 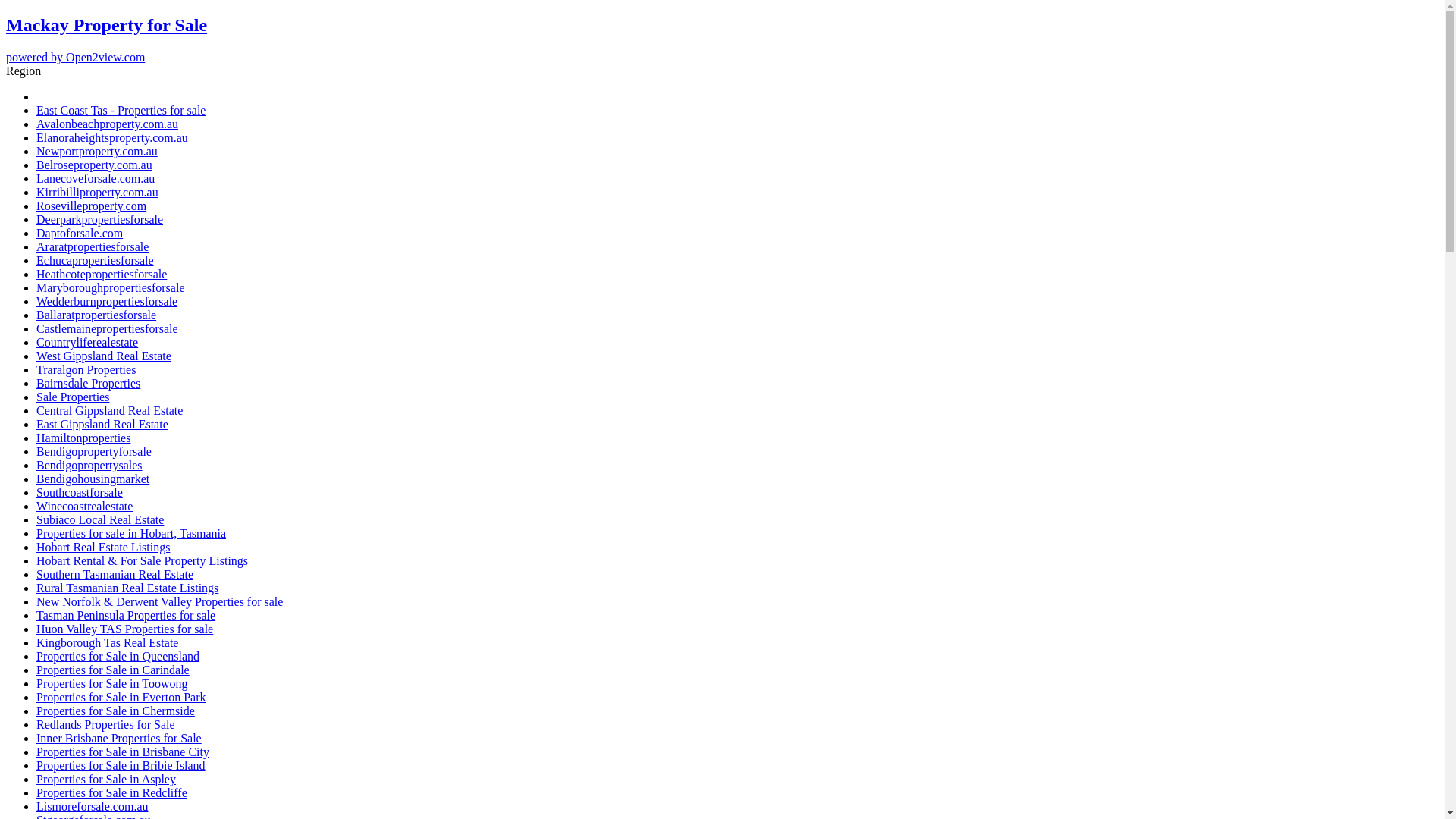 I want to click on 'Bendigopropertysales', so click(x=89, y=464).